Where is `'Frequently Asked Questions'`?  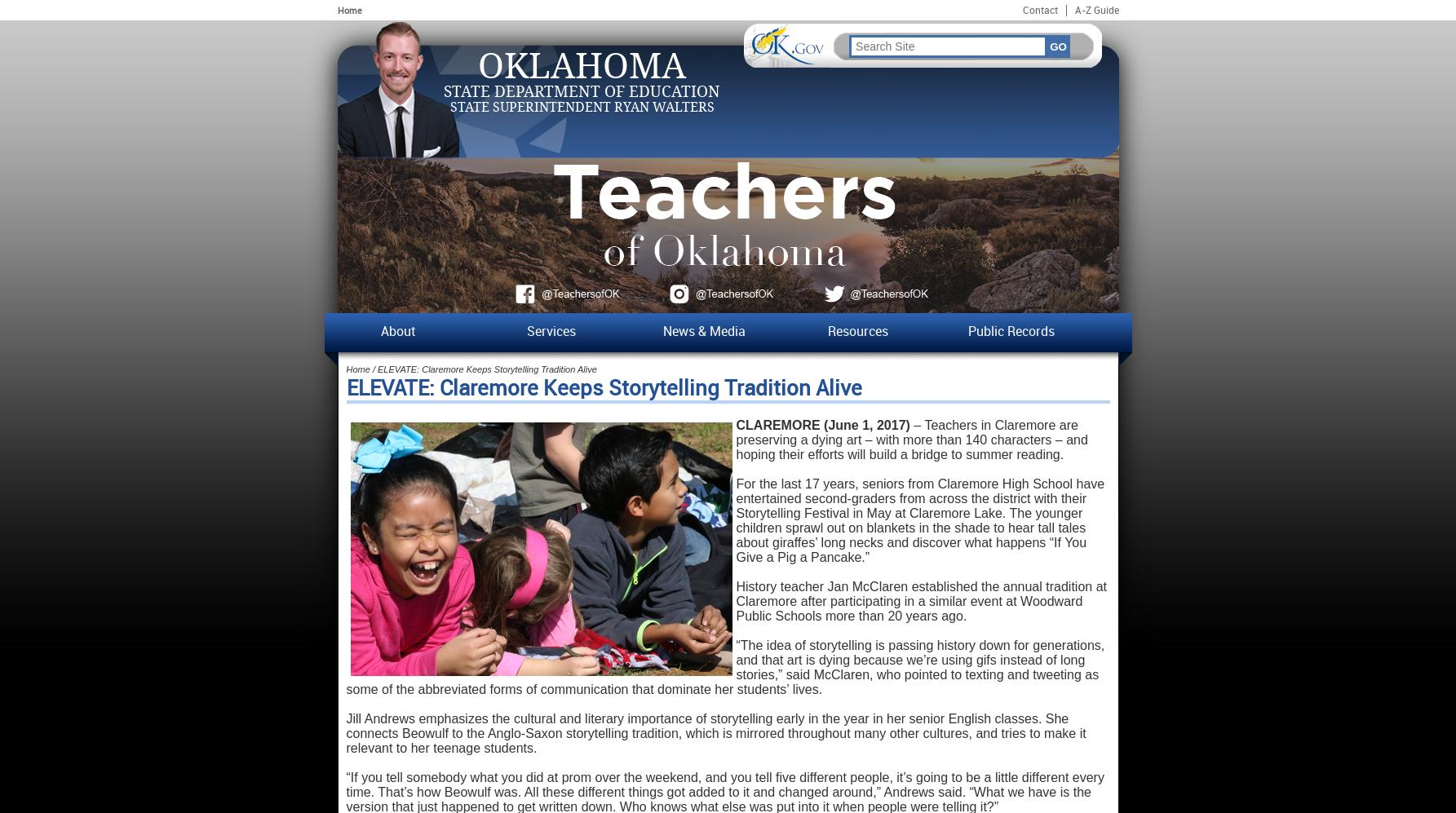 'Frequently Asked Questions' is located at coordinates (865, 410).